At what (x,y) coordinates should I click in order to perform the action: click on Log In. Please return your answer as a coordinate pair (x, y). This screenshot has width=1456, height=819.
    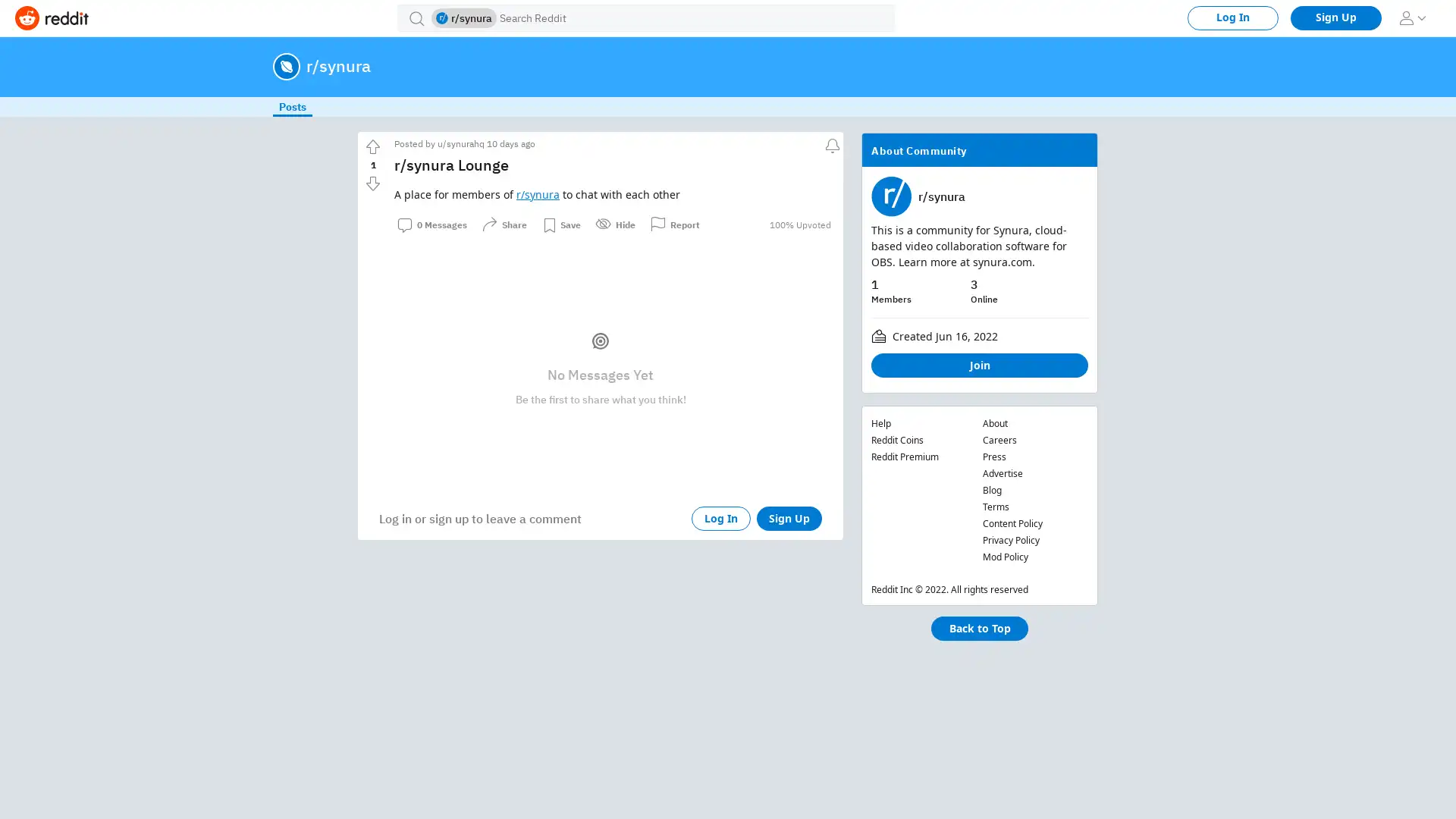
    Looking at the image, I should click on (720, 517).